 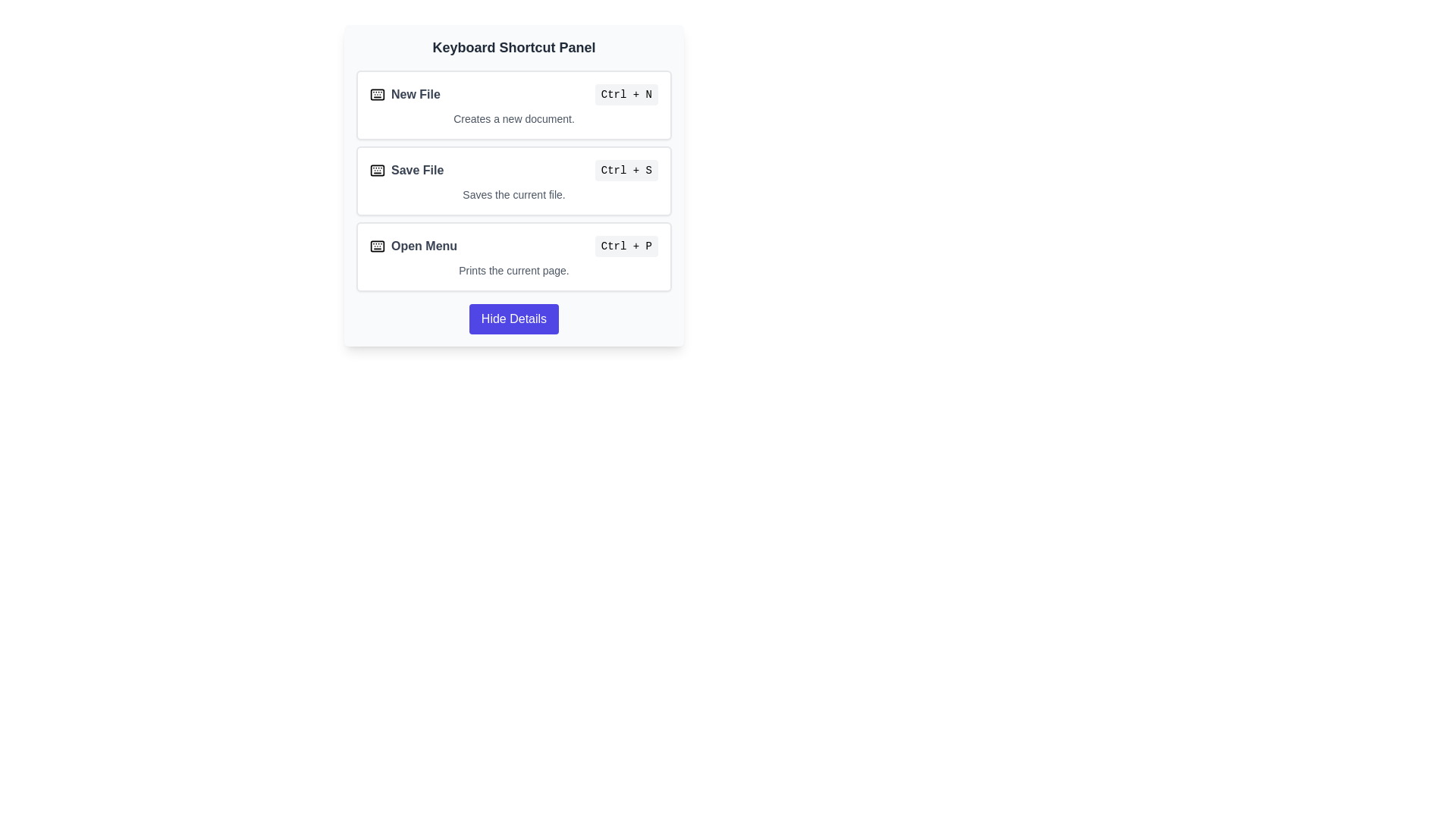 What do you see at coordinates (626, 94) in the screenshot?
I see `the Text label representing the keyboard shortcut for 'New File', which is located on the right side of the 'New File' row in the 'Keyboard Shortcut Panel'` at bounding box center [626, 94].